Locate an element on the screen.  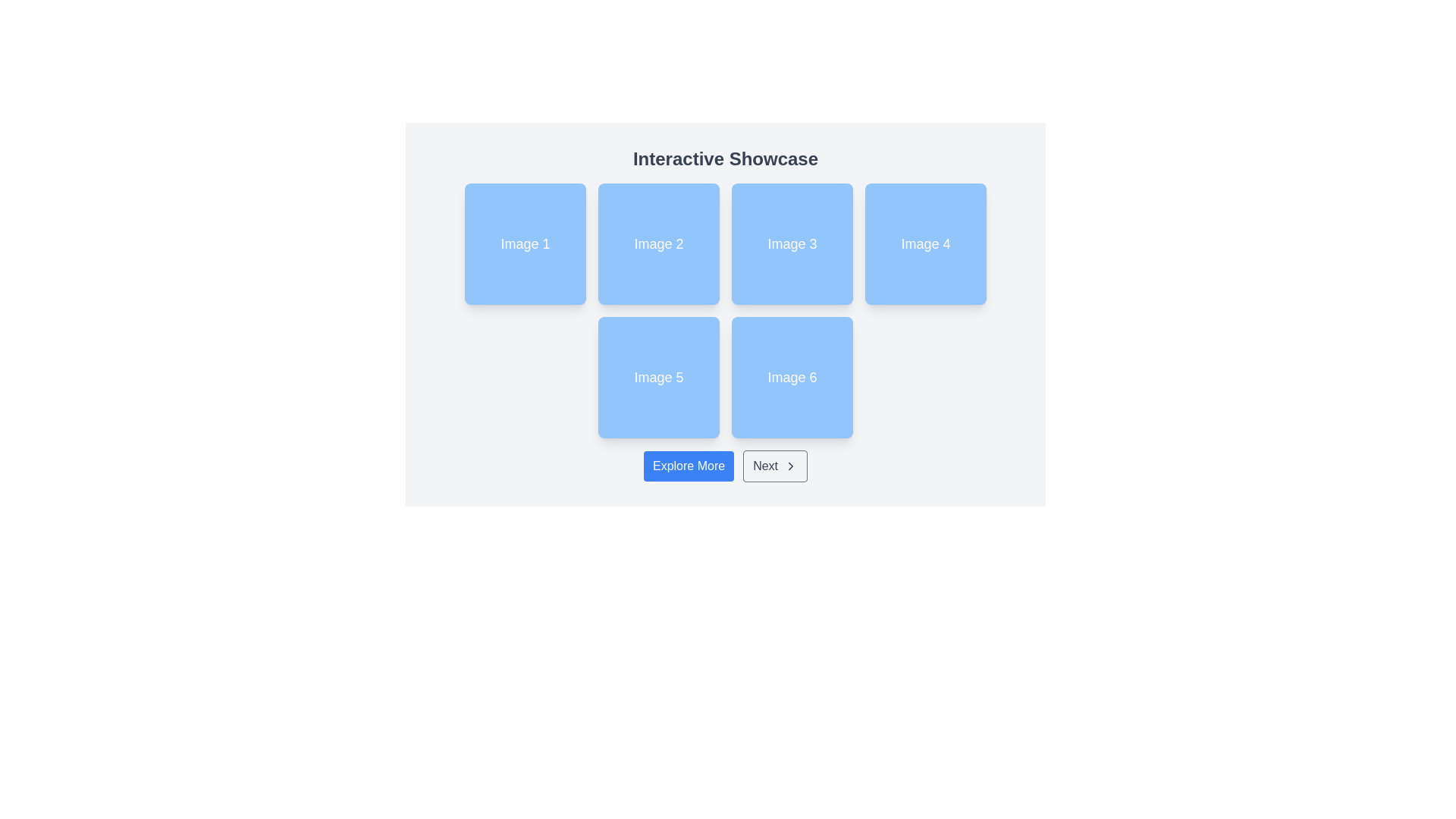
text label 'Interactive Showcase' which is displayed prominently at the top of the layout in a large, bold, medium-dark gray font is located at coordinates (724, 158).